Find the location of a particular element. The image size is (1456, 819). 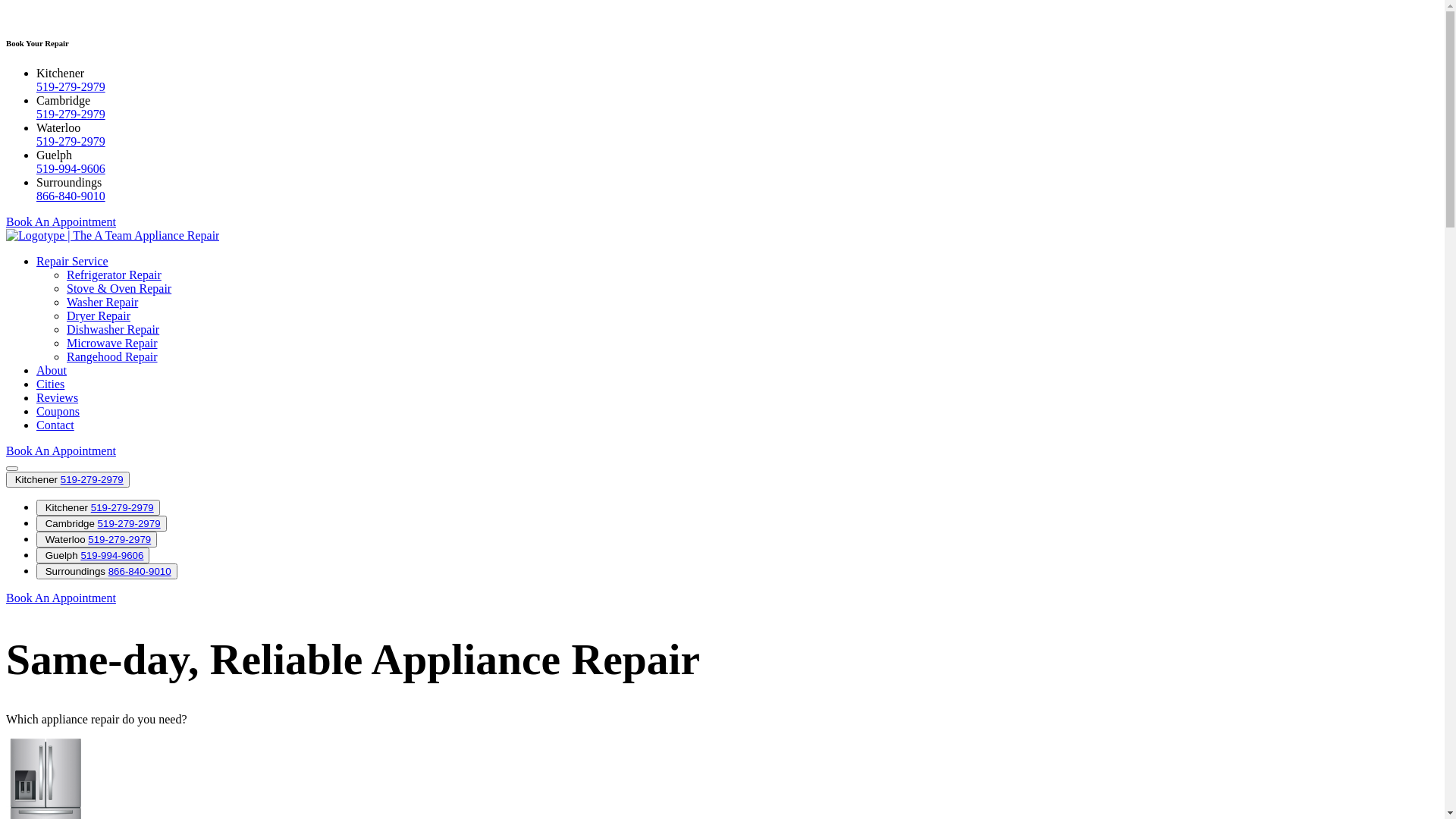

'Washer Repair' is located at coordinates (101, 302).